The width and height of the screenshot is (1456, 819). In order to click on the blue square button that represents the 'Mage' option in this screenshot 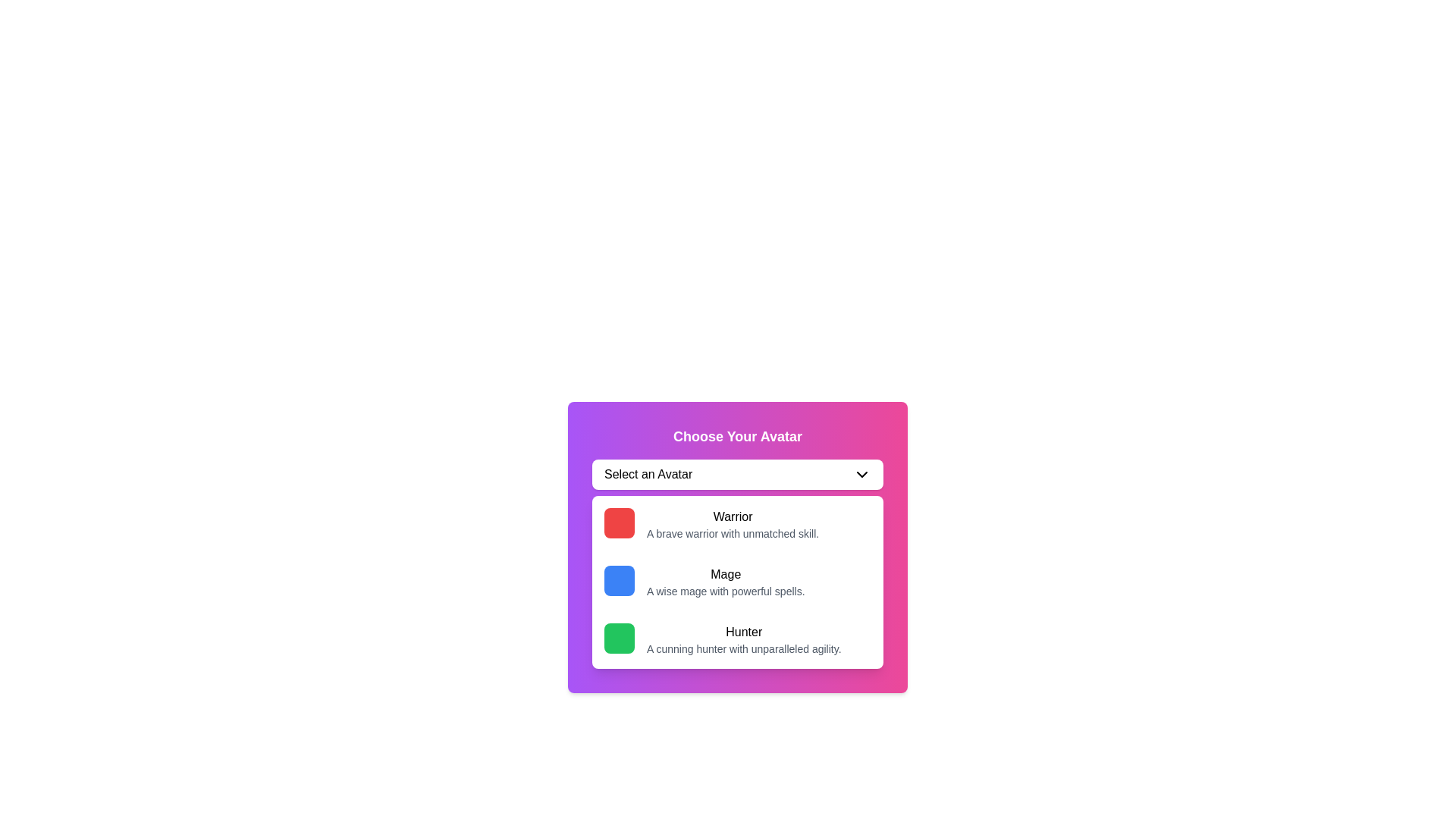, I will do `click(619, 580)`.